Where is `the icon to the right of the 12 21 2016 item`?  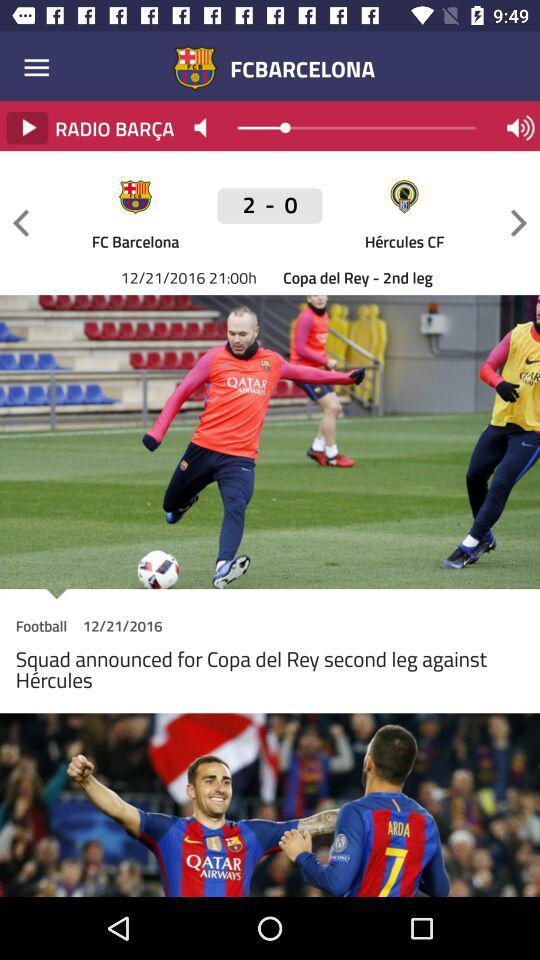 the icon to the right of the 12 21 2016 item is located at coordinates (270, 216).